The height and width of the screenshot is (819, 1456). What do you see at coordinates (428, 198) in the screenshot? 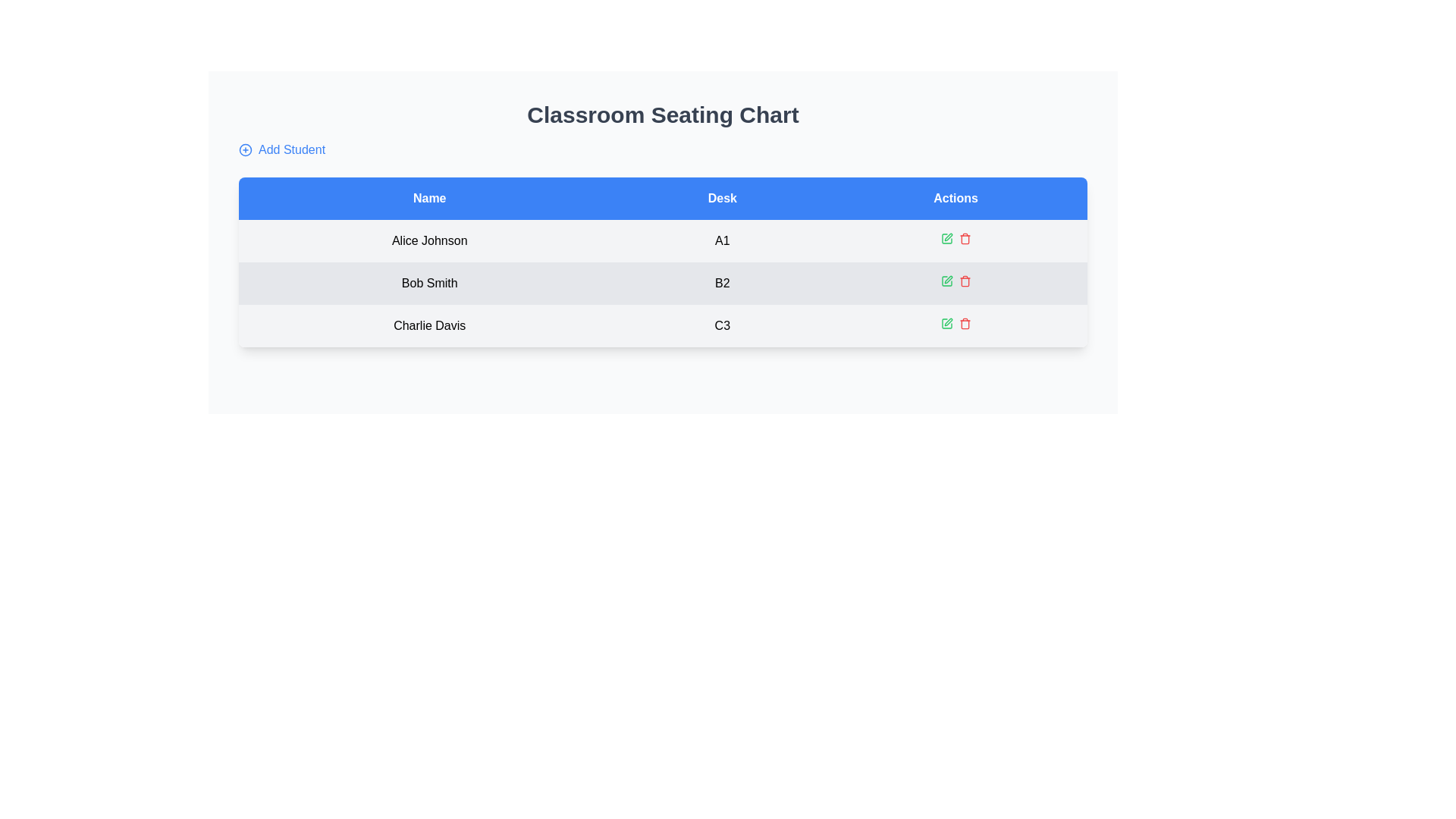
I see `the Header Label with the blue rectangular background and the centered white text 'Name', which is the first header in the table under 'Classroom Seating Chart'` at bounding box center [428, 198].